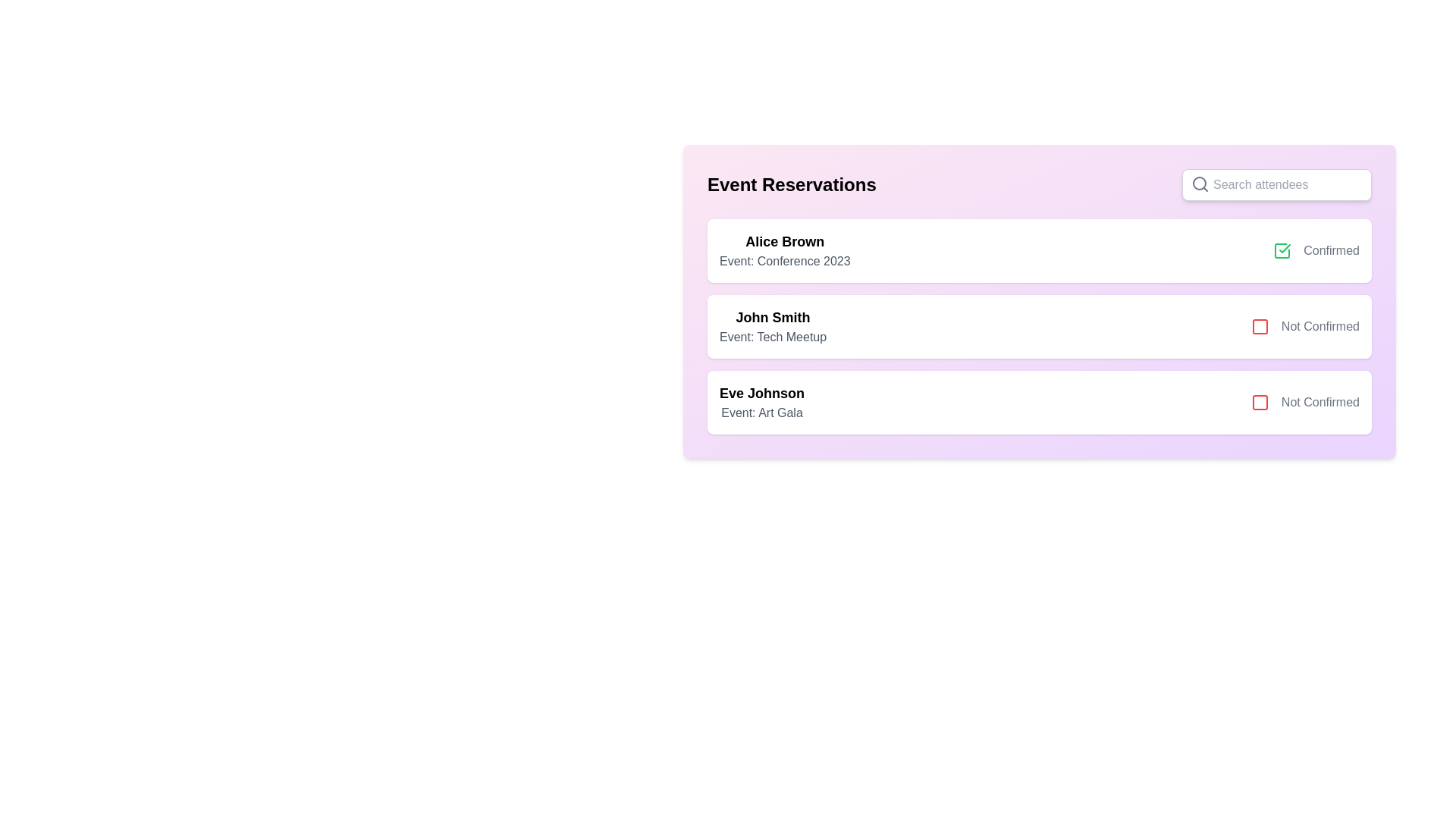  Describe the element at coordinates (761, 413) in the screenshot. I see `the text label stating 'Event: Art Gala', which is styled in gray font and positioned beneath the title 'Eve Johnson' in the 'Event Reservations' section` at that location.